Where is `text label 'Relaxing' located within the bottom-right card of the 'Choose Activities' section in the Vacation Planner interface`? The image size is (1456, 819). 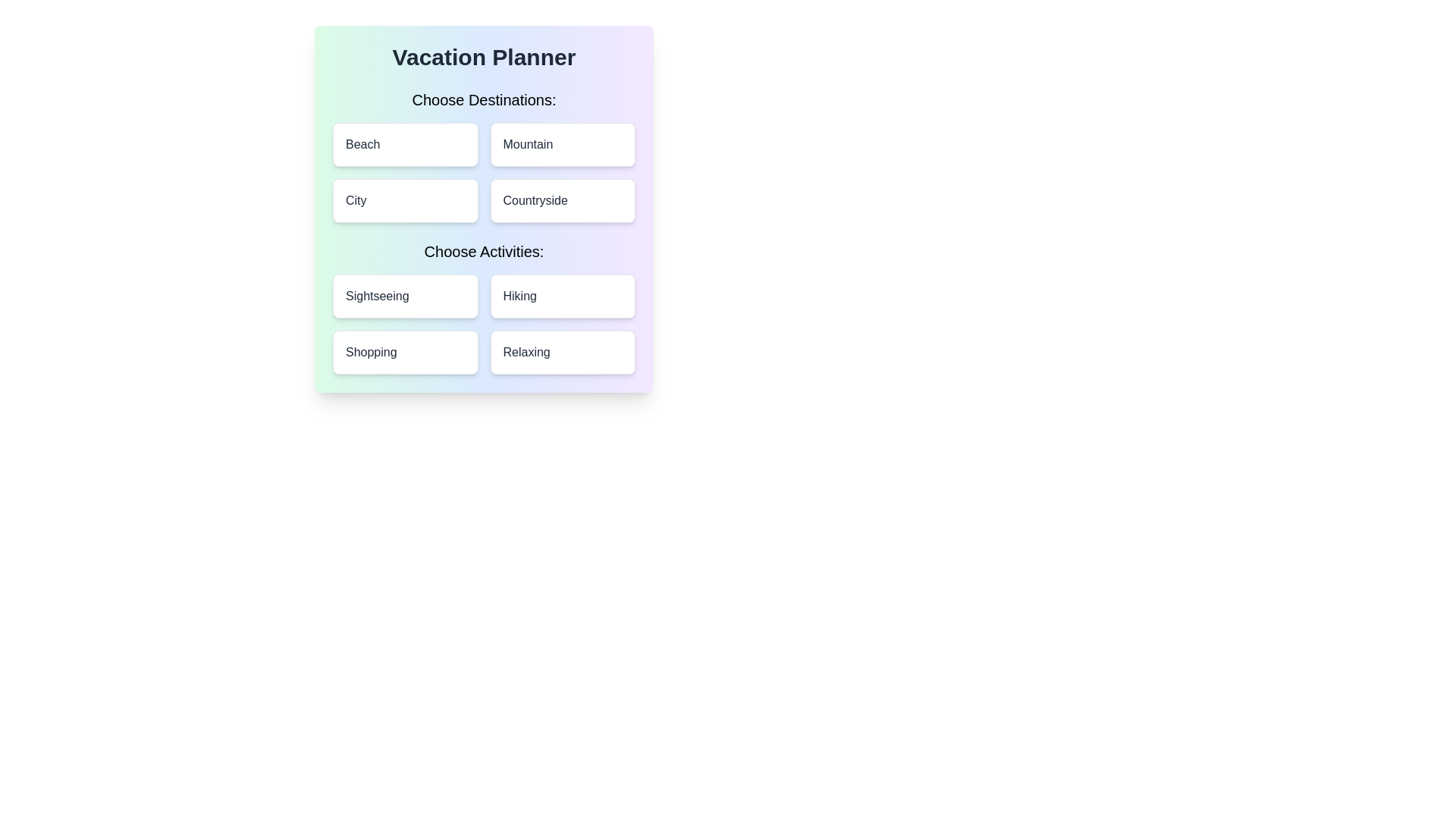 text label 'Relaxing' located within the bottom-right card of the 'Choose Activities' section in the Vacation Planner interface is located at coordinates (526, 353).